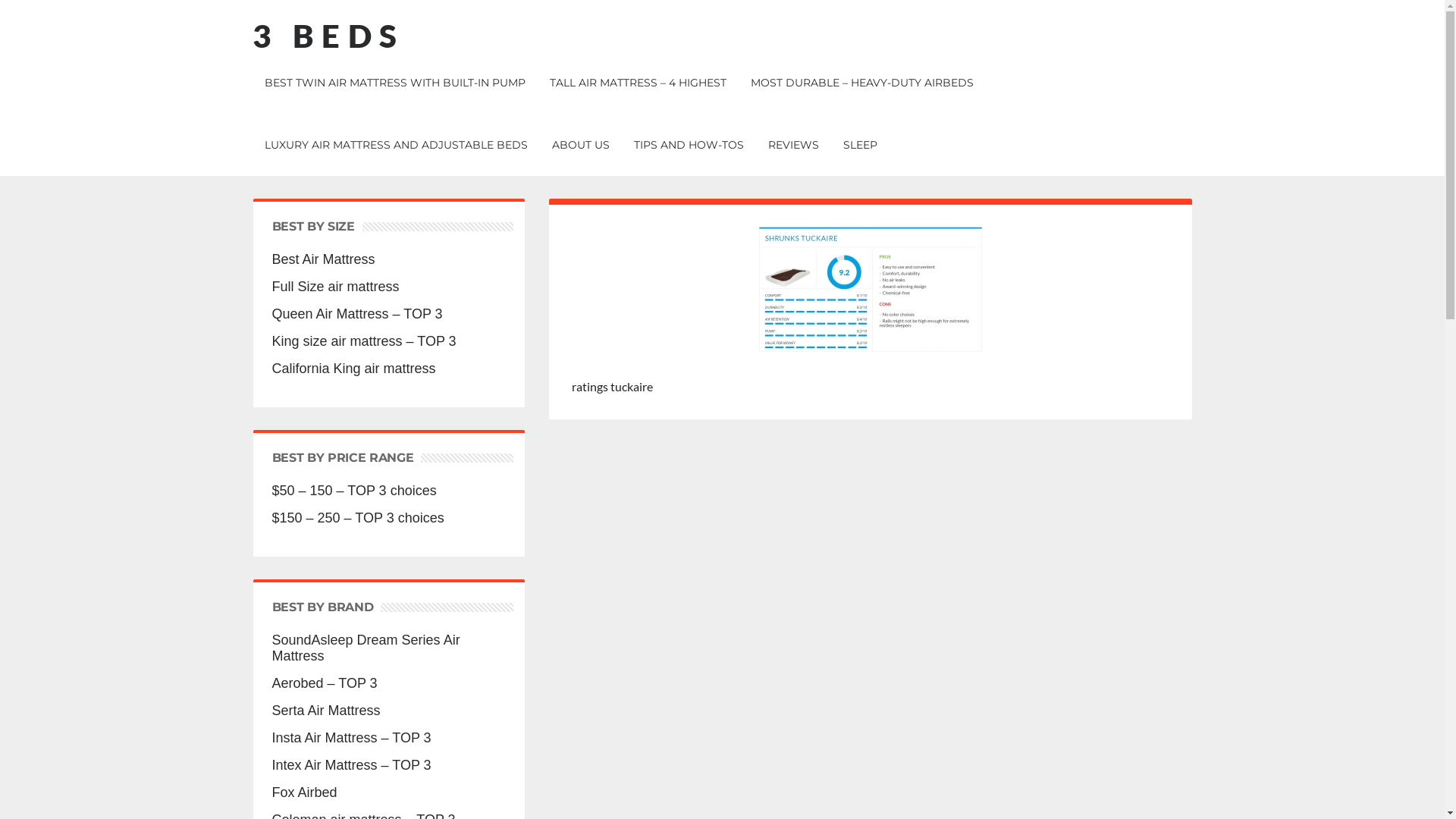  What do you see at coordinates (388, 369) in the screenshot?
I see `'California King air mattress'` at bounding box center [388, 369].